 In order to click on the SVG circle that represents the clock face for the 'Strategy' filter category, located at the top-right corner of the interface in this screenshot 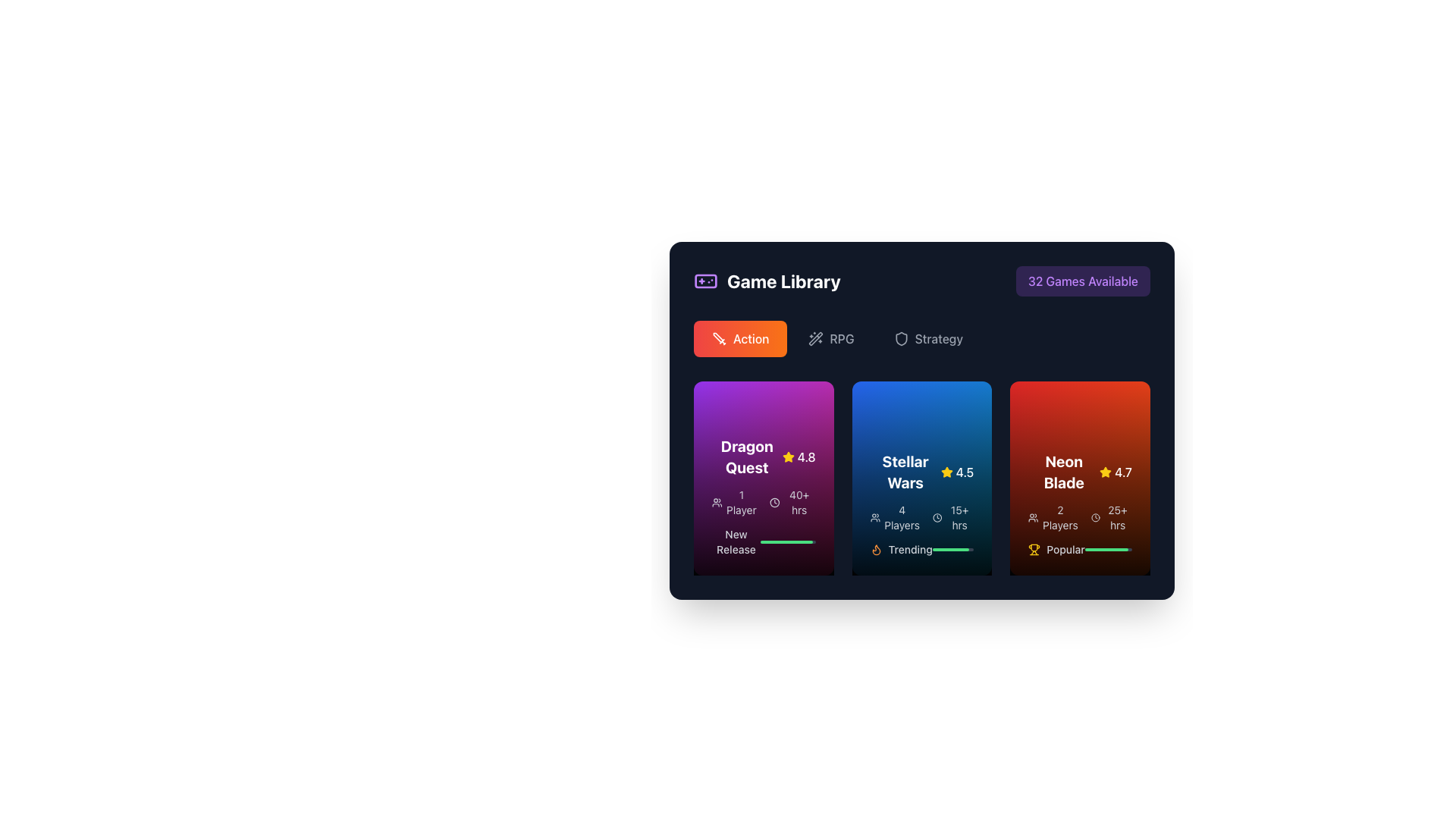, I will do `click(1096, 516)`.